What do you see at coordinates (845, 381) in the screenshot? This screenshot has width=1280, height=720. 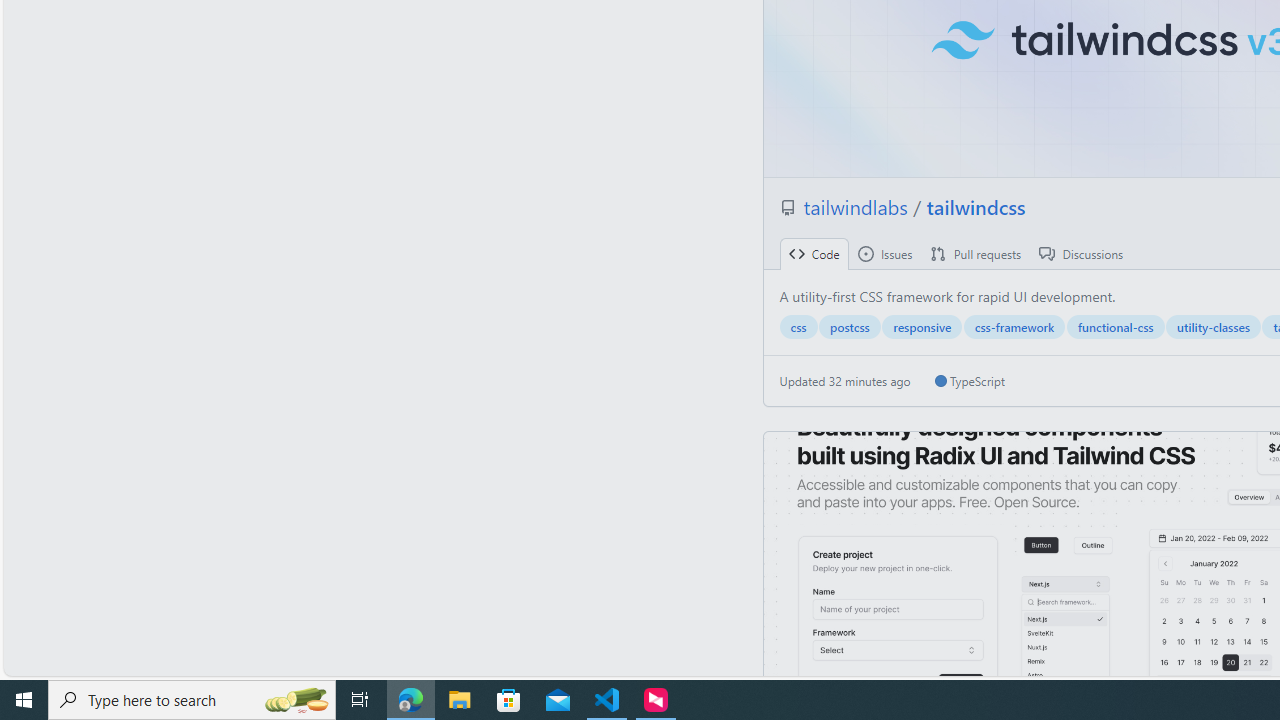 I see `'Updated 32 minutes ago'` at bounding box center [845, 381].